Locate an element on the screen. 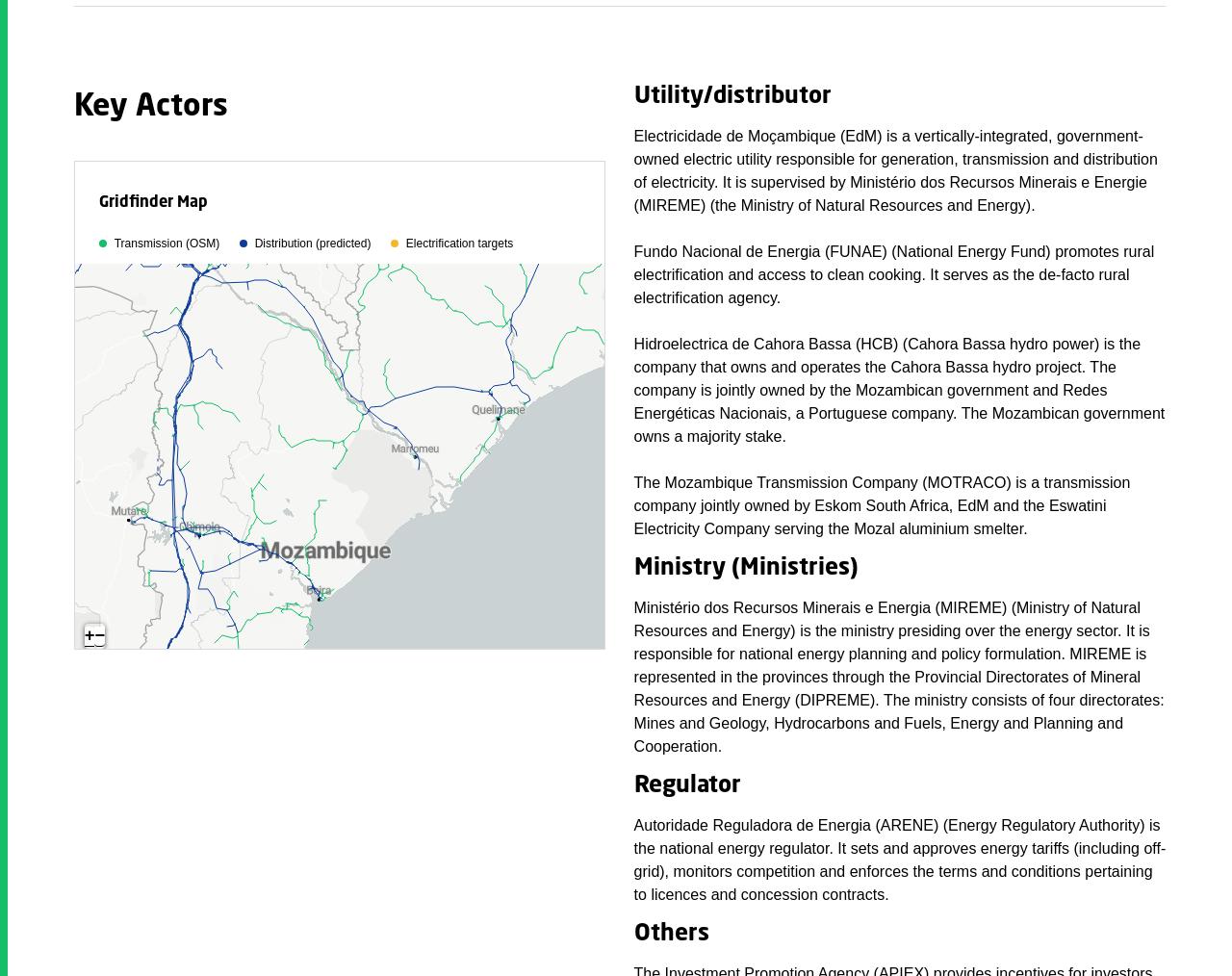  'Utility/distributor' is located at coordinates (731, 95).